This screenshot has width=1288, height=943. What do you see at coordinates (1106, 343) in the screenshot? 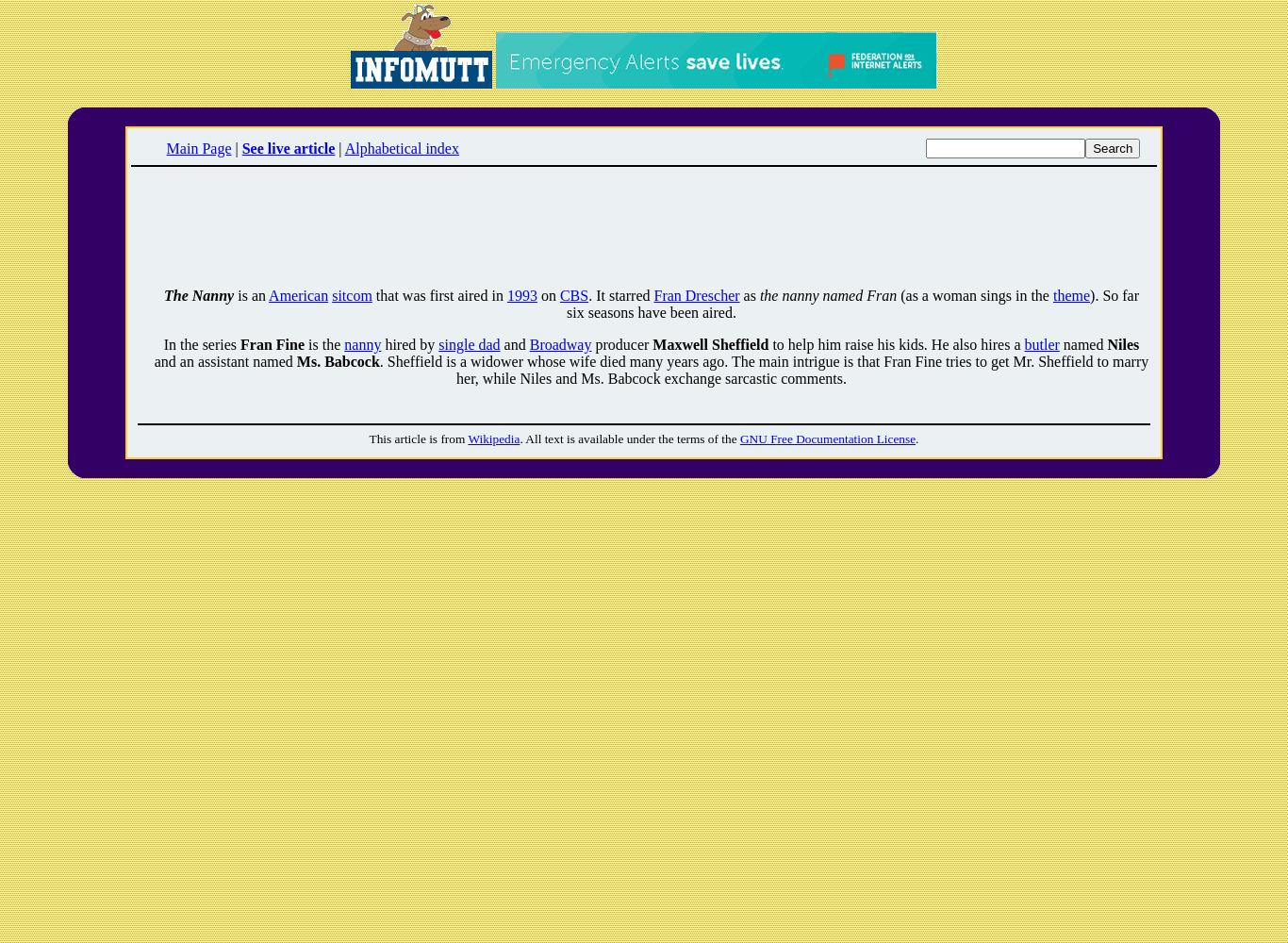
I see `'Niles'` at bounding box center [1106, 343].